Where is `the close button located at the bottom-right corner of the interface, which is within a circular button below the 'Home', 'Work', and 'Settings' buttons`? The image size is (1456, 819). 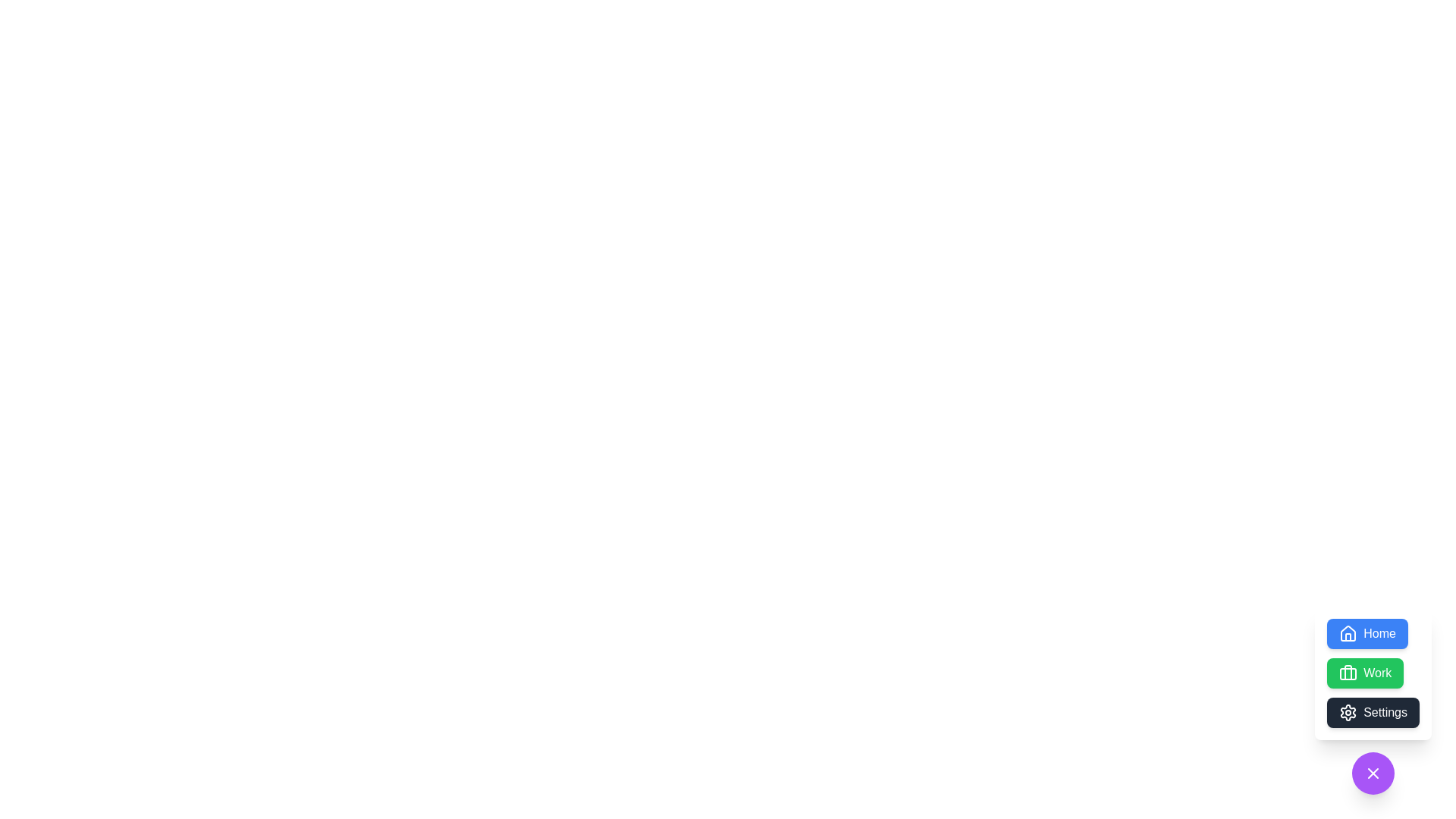
the close button located at the bottom-right corner of the interface, which is within a circular button below the 'Home', 'Work', and 'Settings' buttons is located at coordinates (1373, 773).